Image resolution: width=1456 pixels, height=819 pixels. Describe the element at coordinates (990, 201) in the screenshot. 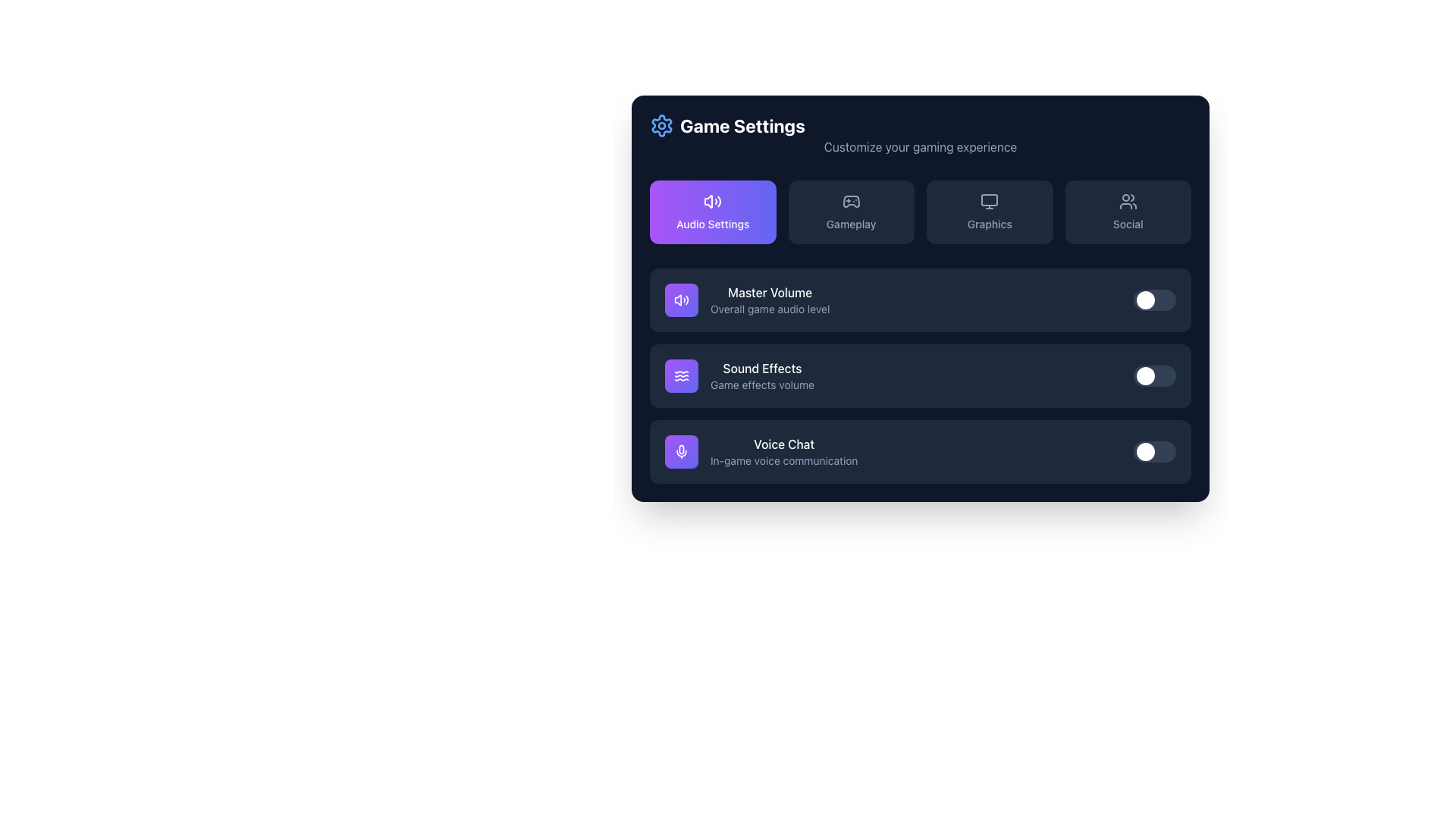

I see `the SVG icon representing the 'Graphics' section within the settings menu, located in the top right corner between 'Gameplay' and 'Social'` at that location.